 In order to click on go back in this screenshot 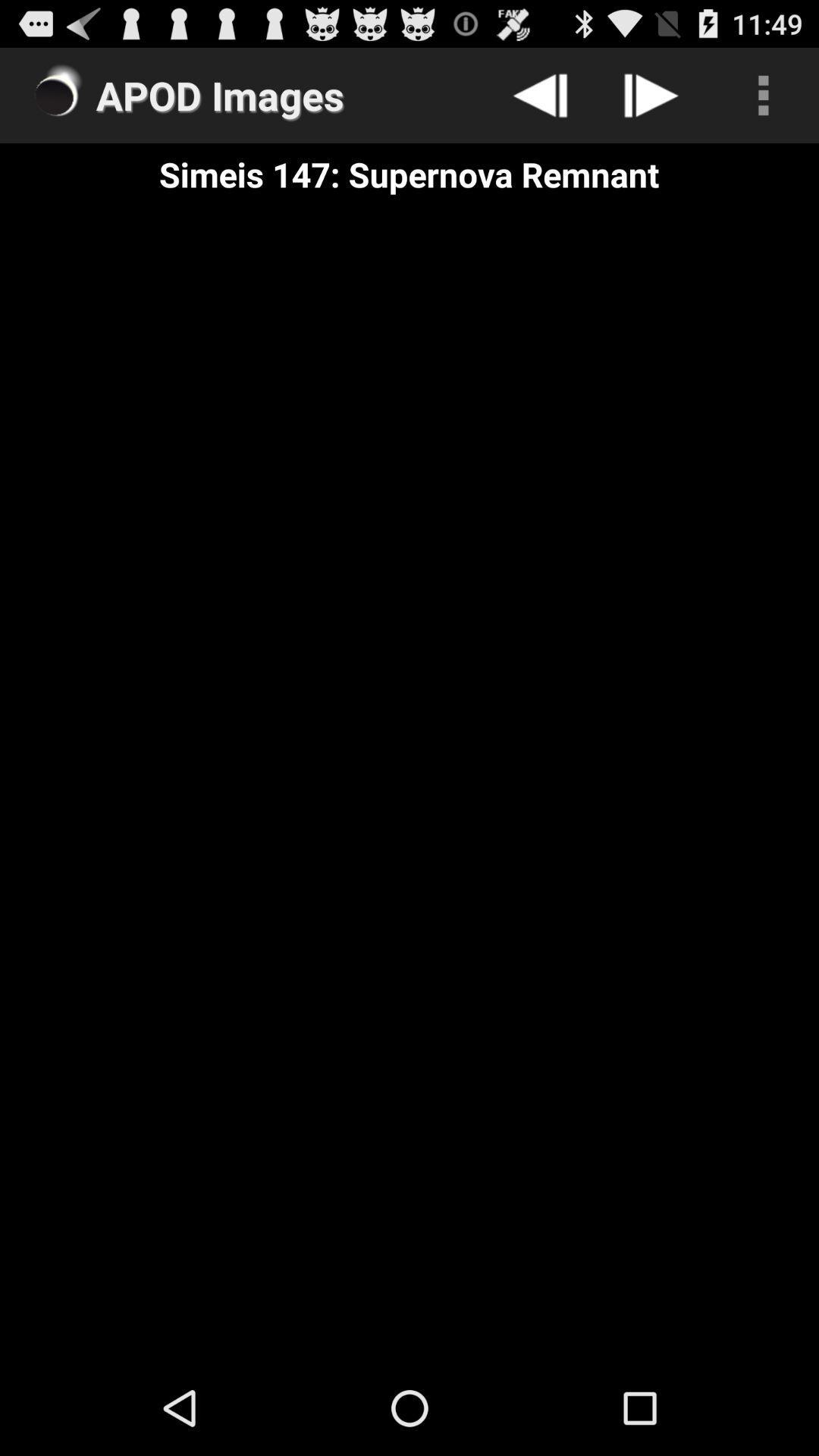, I will do `click(539, 94)`.